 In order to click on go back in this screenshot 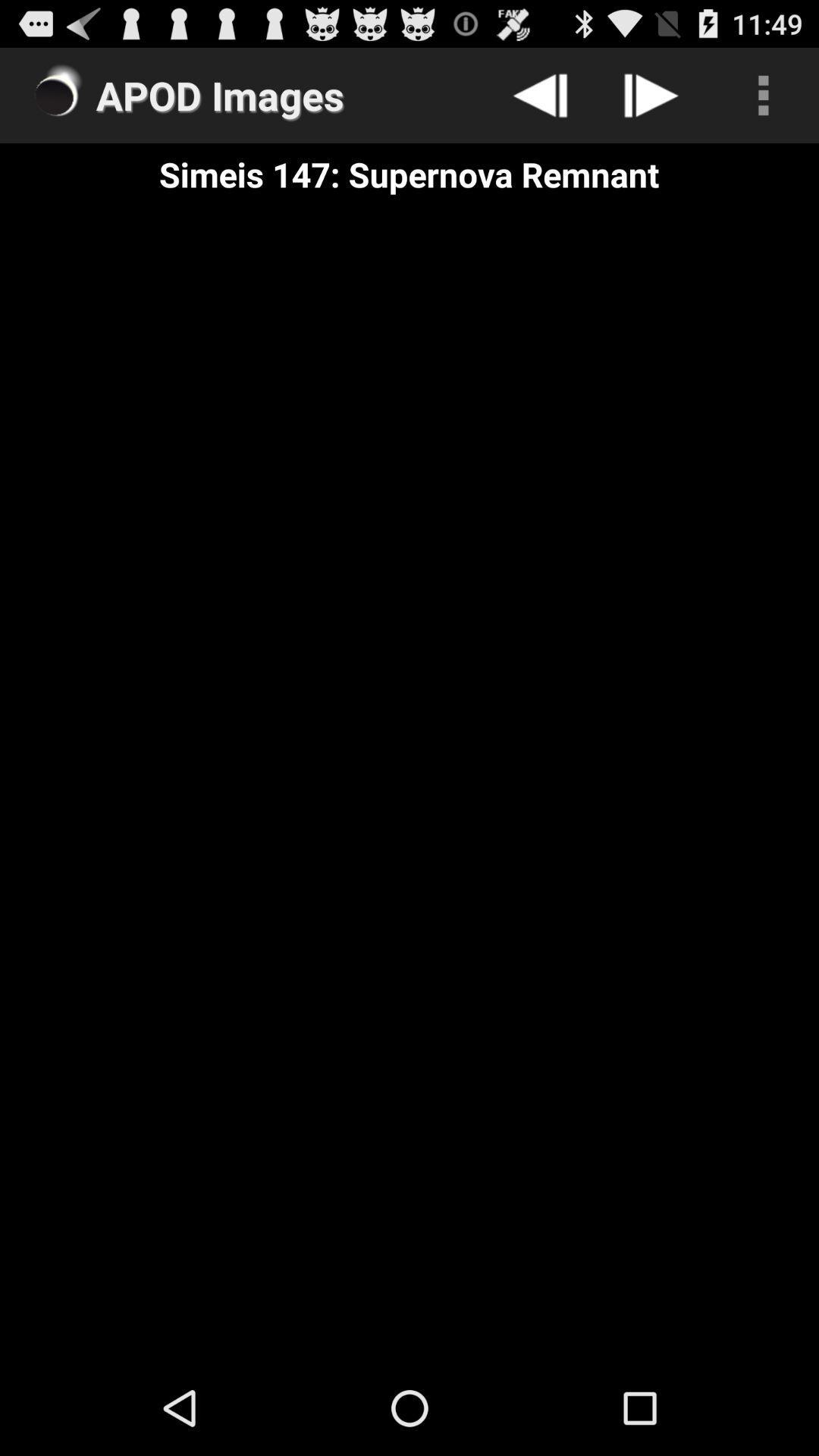, I will do `click(539, 94)`.